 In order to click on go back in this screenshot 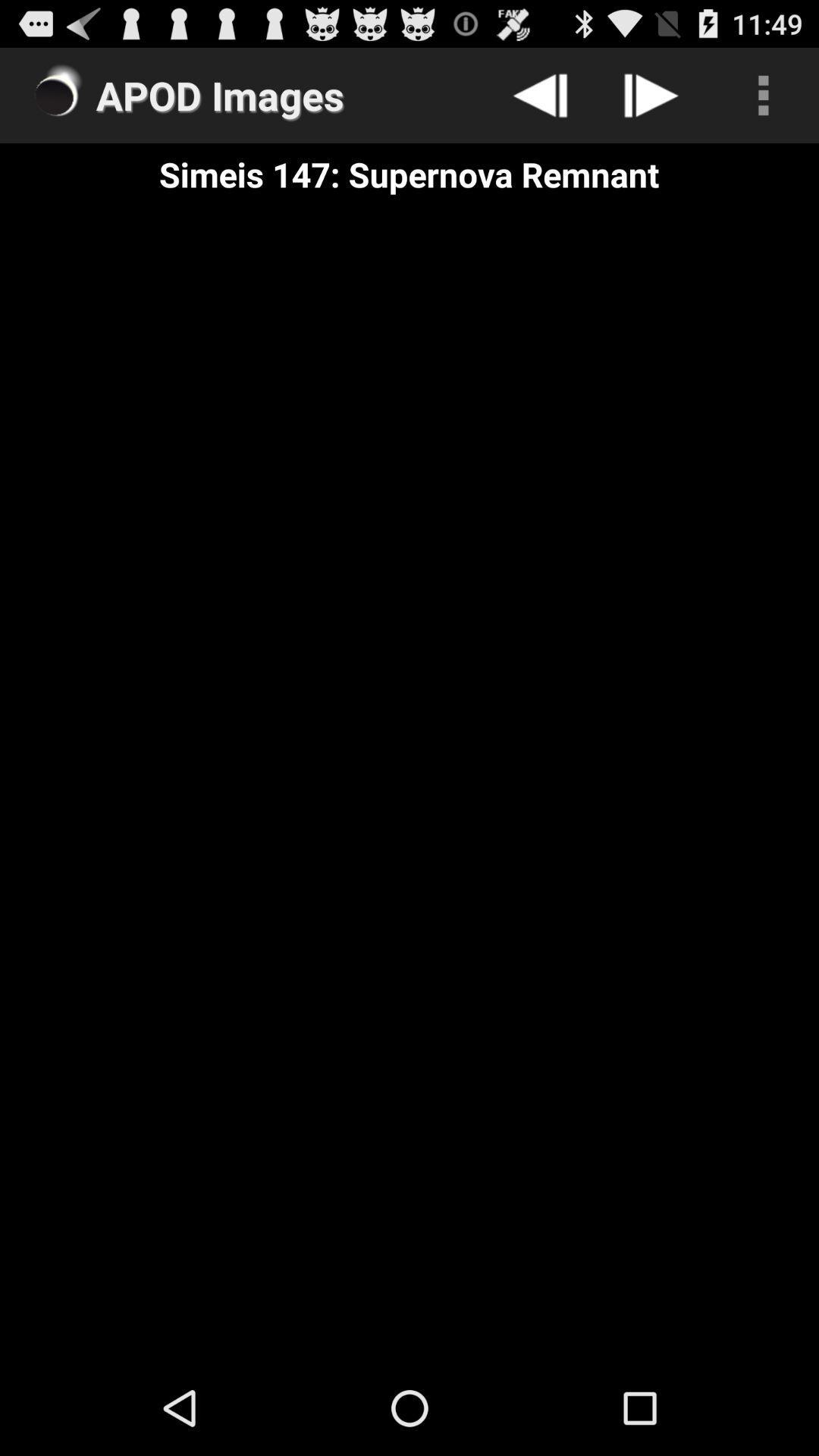, I will do `click(539, 94)`.